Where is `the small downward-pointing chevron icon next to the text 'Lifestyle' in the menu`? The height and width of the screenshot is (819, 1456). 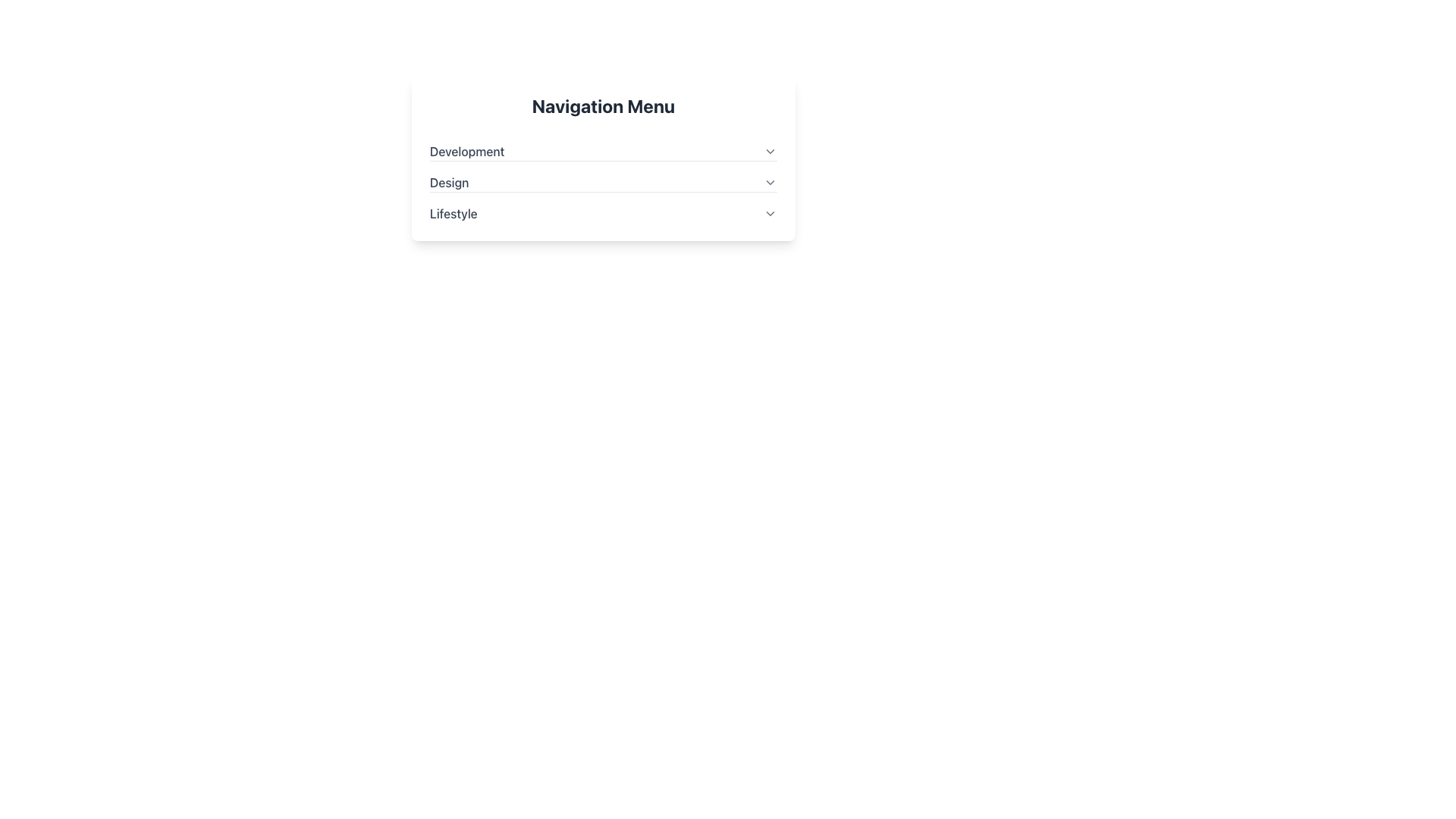
the small downward-pointing chevron icon next to the text 'Lifestyle' in the menu is located at coordinates (770, 213).